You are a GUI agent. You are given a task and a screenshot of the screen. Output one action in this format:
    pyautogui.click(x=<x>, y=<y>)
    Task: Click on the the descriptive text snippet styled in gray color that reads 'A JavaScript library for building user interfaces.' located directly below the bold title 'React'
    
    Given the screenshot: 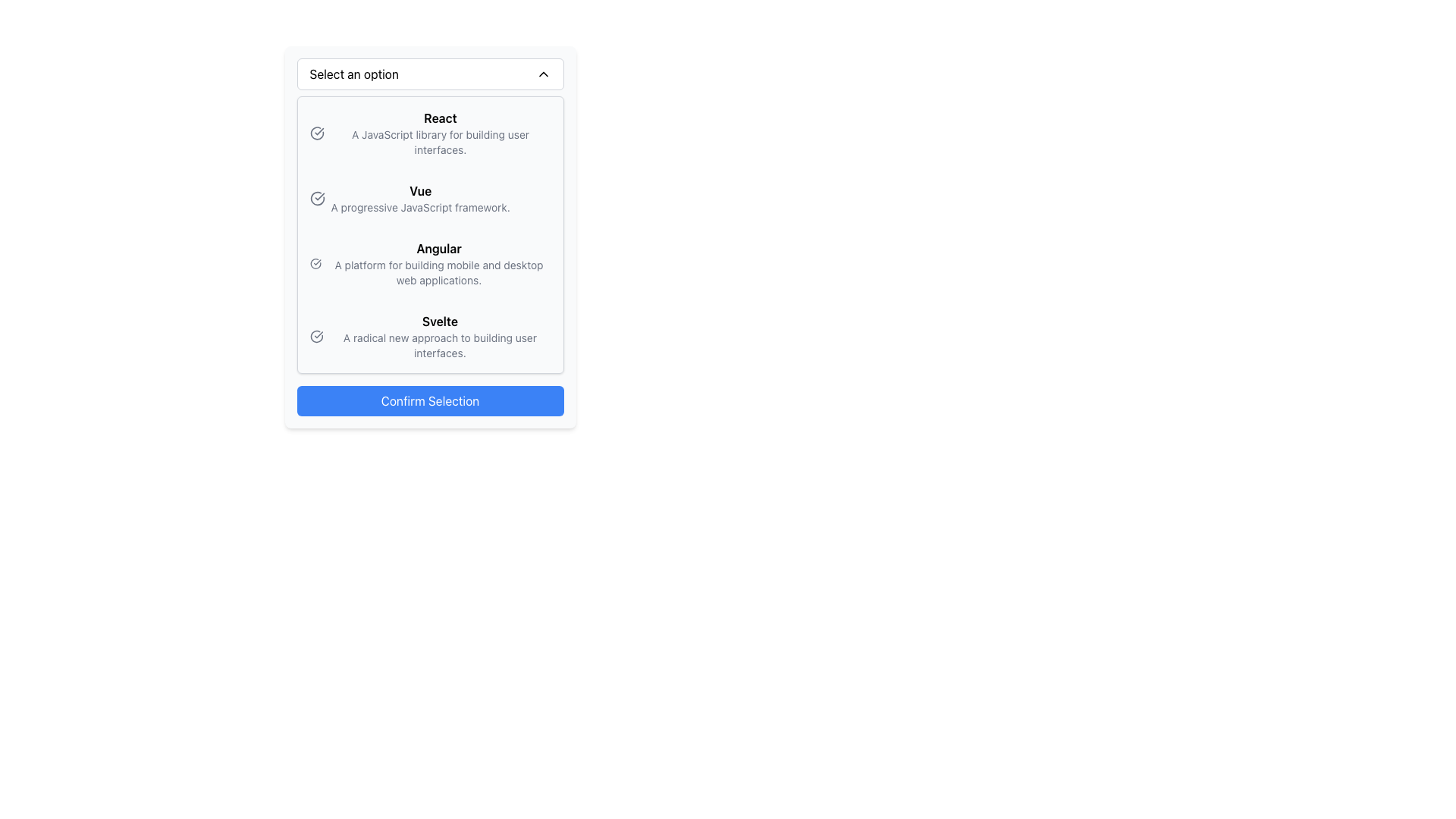 What is the action you would take?
    pyautogui.click(x=439, y=143)
    